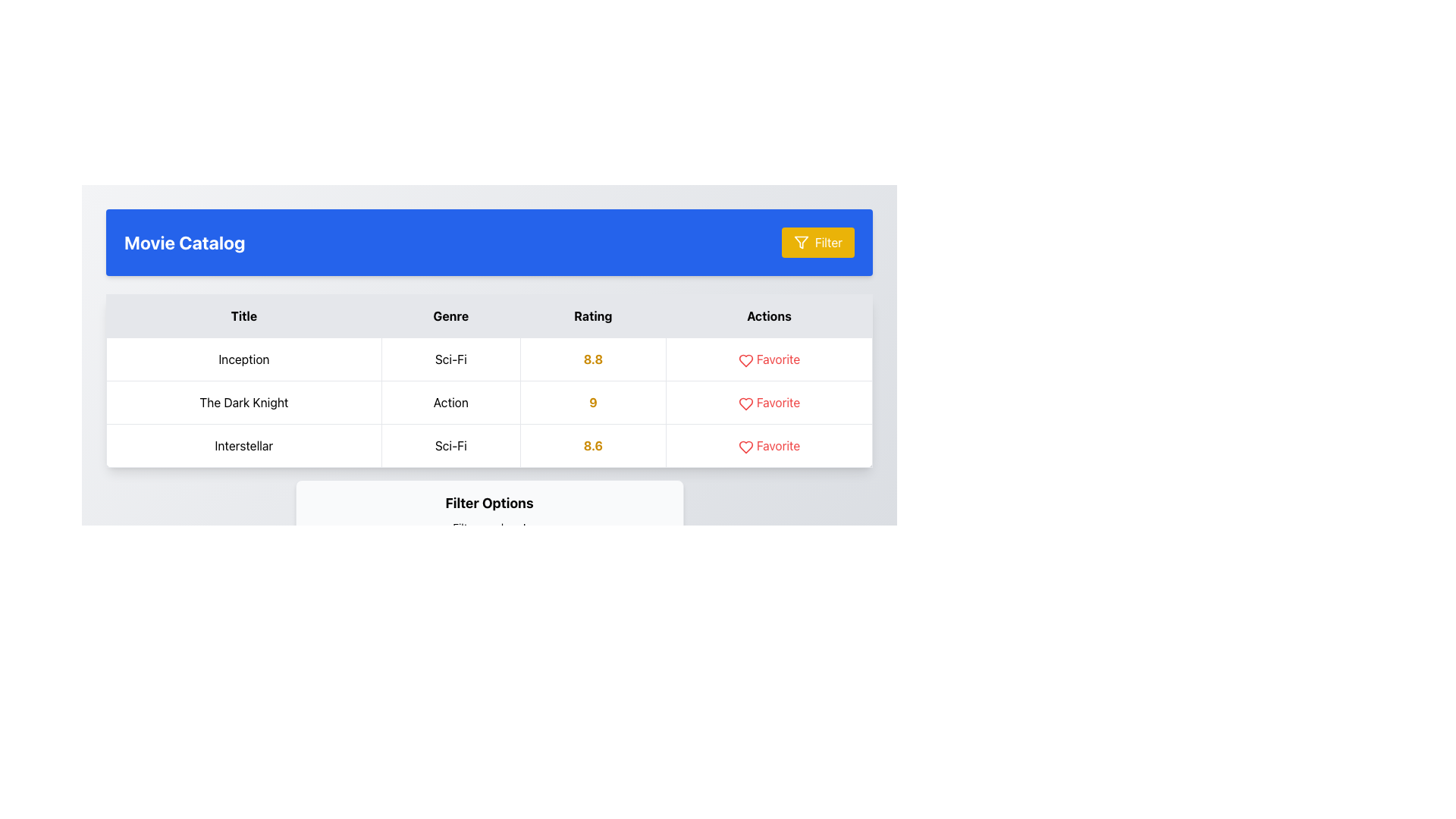 This screenshot has width=1456, height=819. Describe the element at coordinates (769, 315) in the screenshot. I see `the fourth column header in the table that indicates the type of actions available for the entries in this column` at that location.